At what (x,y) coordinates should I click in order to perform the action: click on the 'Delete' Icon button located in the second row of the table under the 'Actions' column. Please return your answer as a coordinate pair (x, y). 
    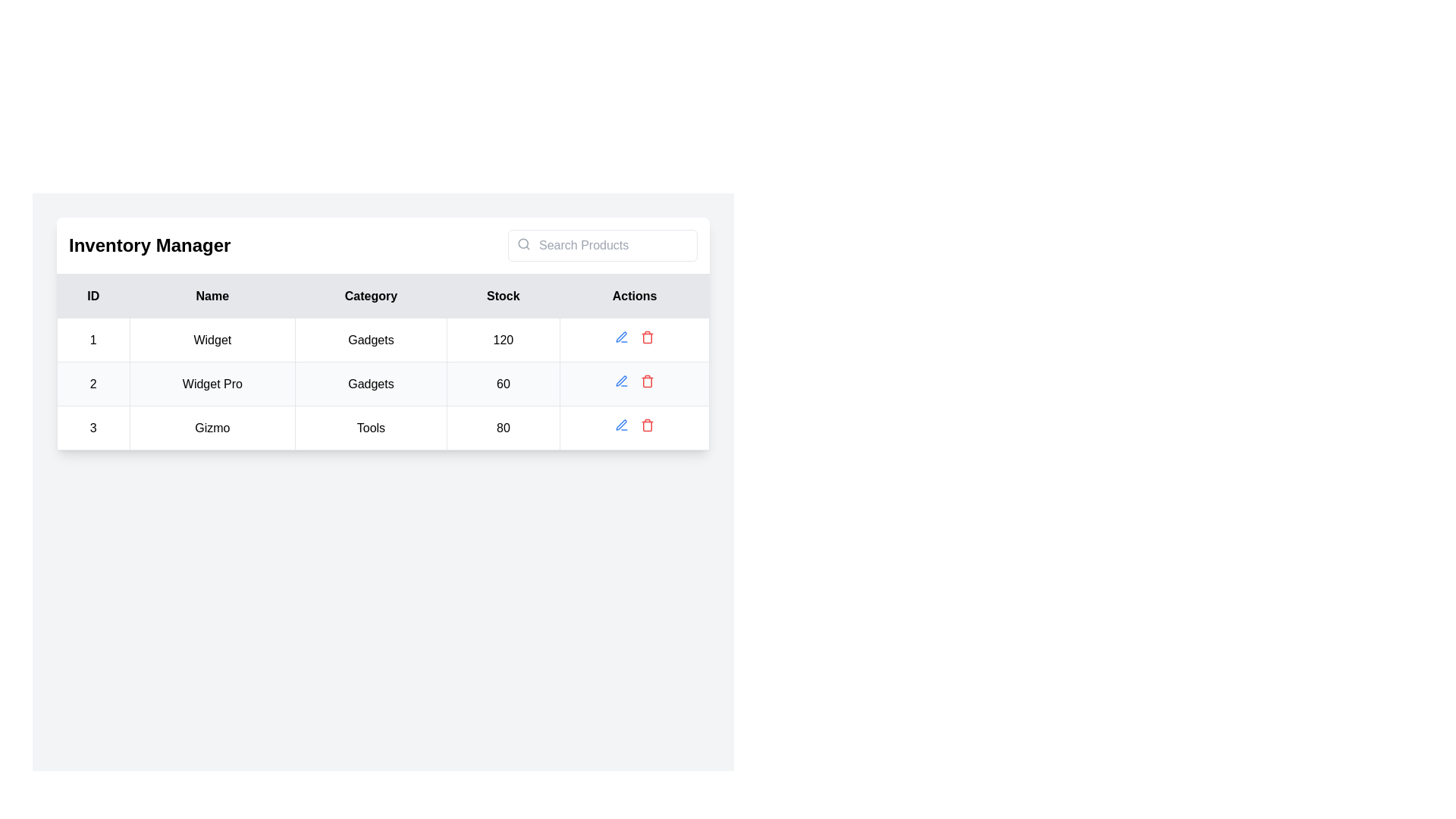
    Looking at the image, I should click on (648, 380).